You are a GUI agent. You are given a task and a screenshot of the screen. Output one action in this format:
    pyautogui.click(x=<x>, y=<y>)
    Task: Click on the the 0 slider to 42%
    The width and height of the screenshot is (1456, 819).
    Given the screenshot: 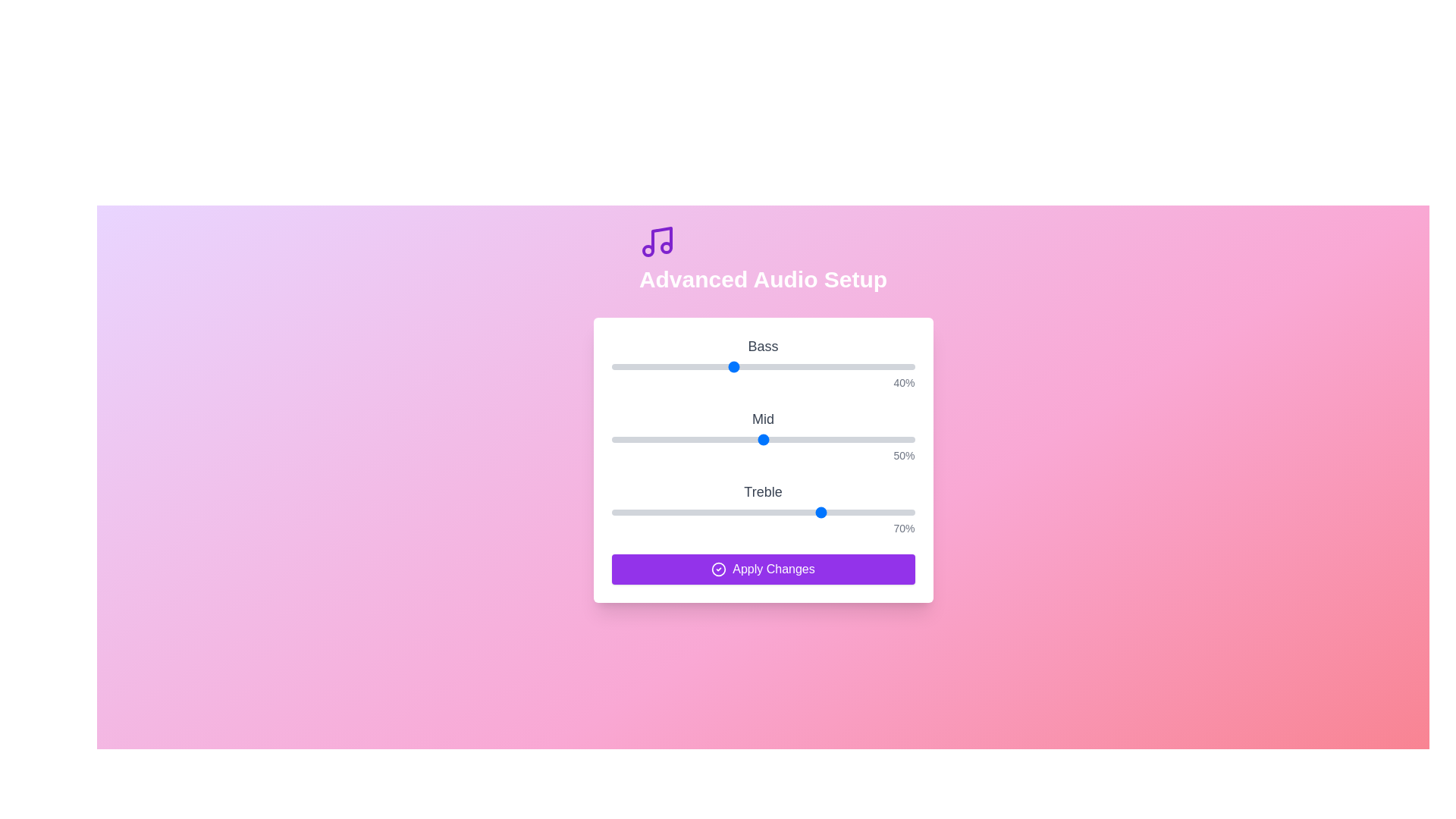 What is the action you would take?
    pyautogui.click(x=739, y=366)
    